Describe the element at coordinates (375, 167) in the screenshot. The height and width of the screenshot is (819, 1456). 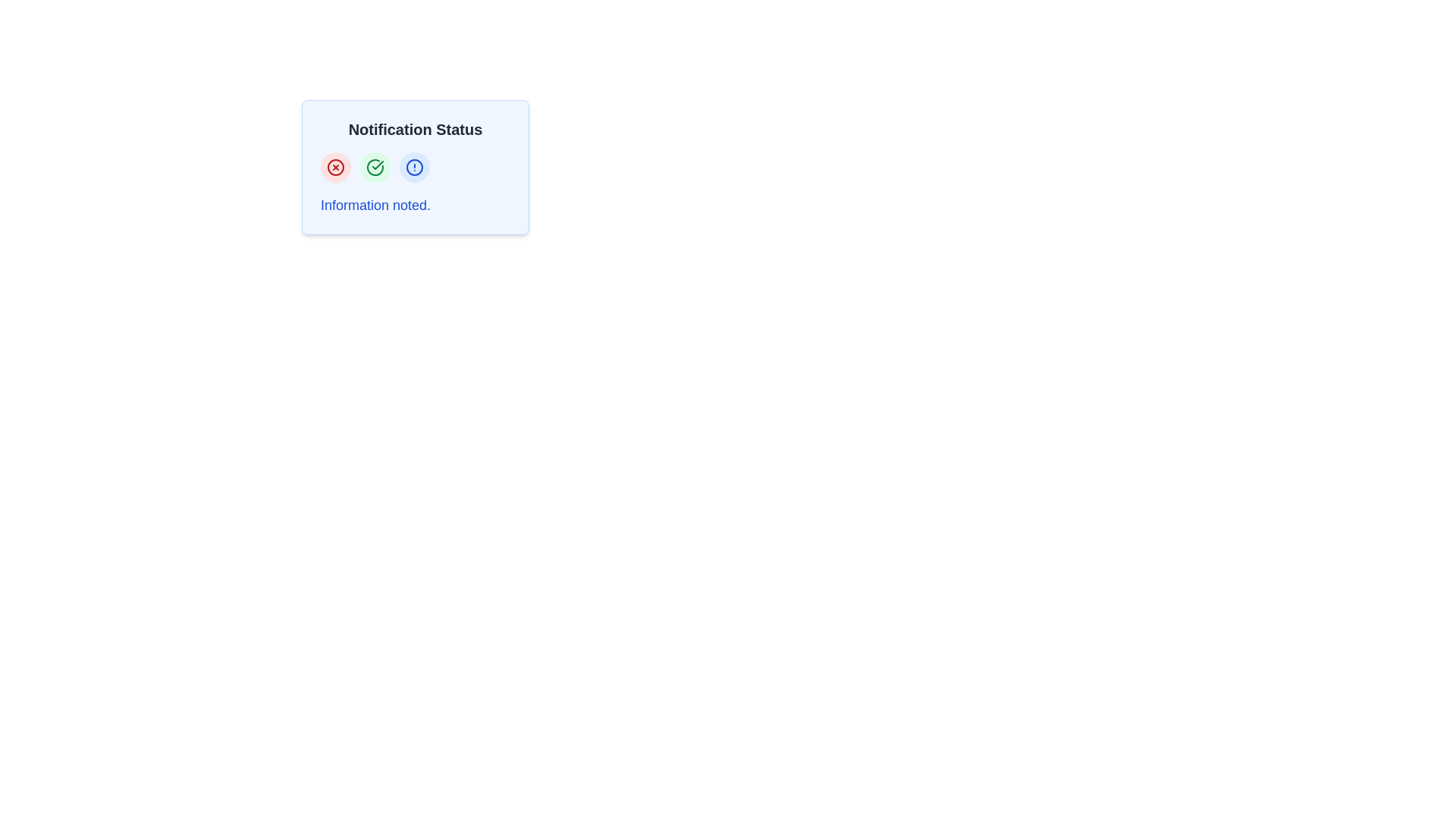
I see `the confirmation icon with a green border and checkmark inside, located in the center of the 'Notification Status' section` at that location.